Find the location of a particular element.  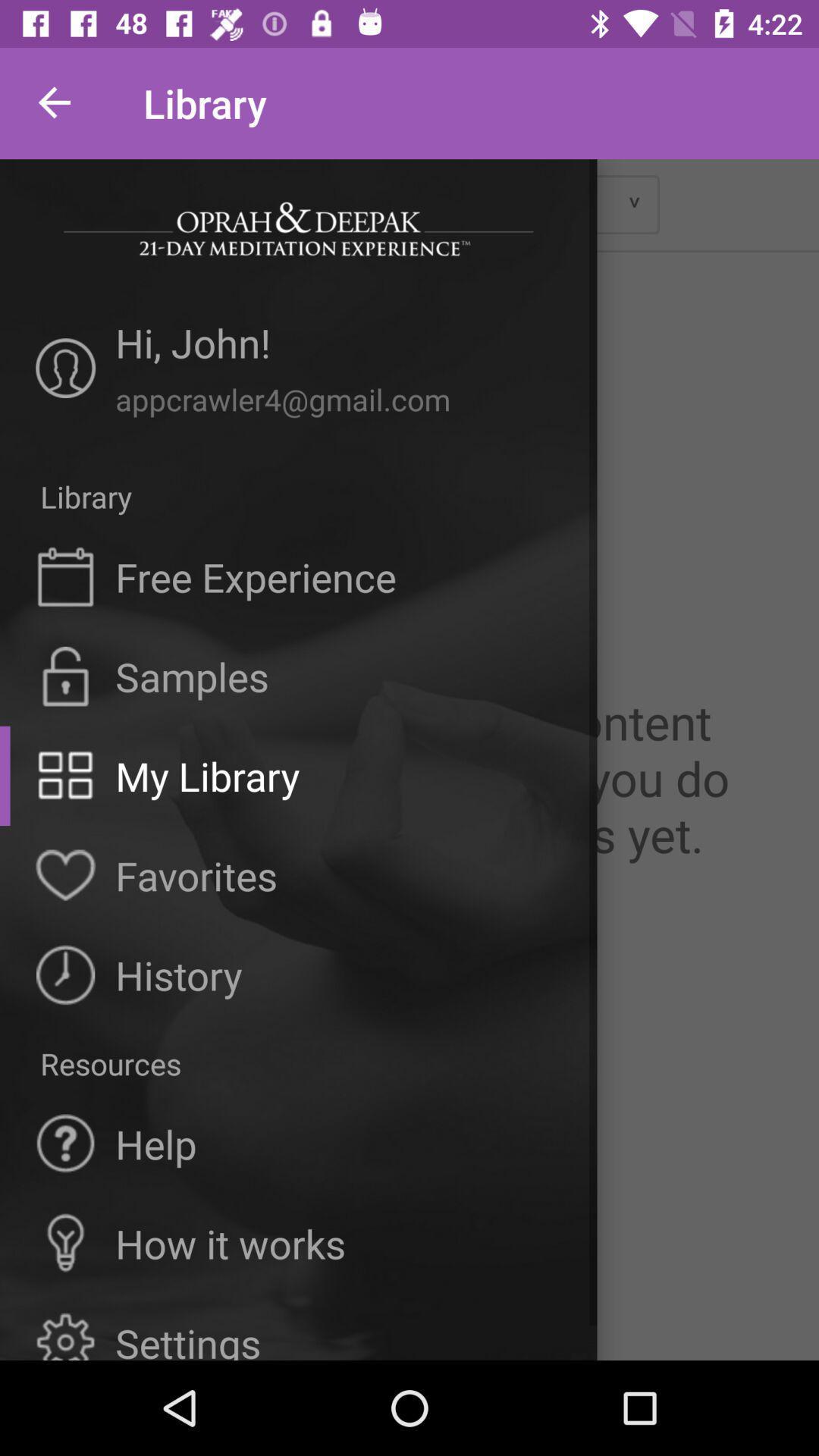

the item above samples icon is located at coordinates (255, 576).